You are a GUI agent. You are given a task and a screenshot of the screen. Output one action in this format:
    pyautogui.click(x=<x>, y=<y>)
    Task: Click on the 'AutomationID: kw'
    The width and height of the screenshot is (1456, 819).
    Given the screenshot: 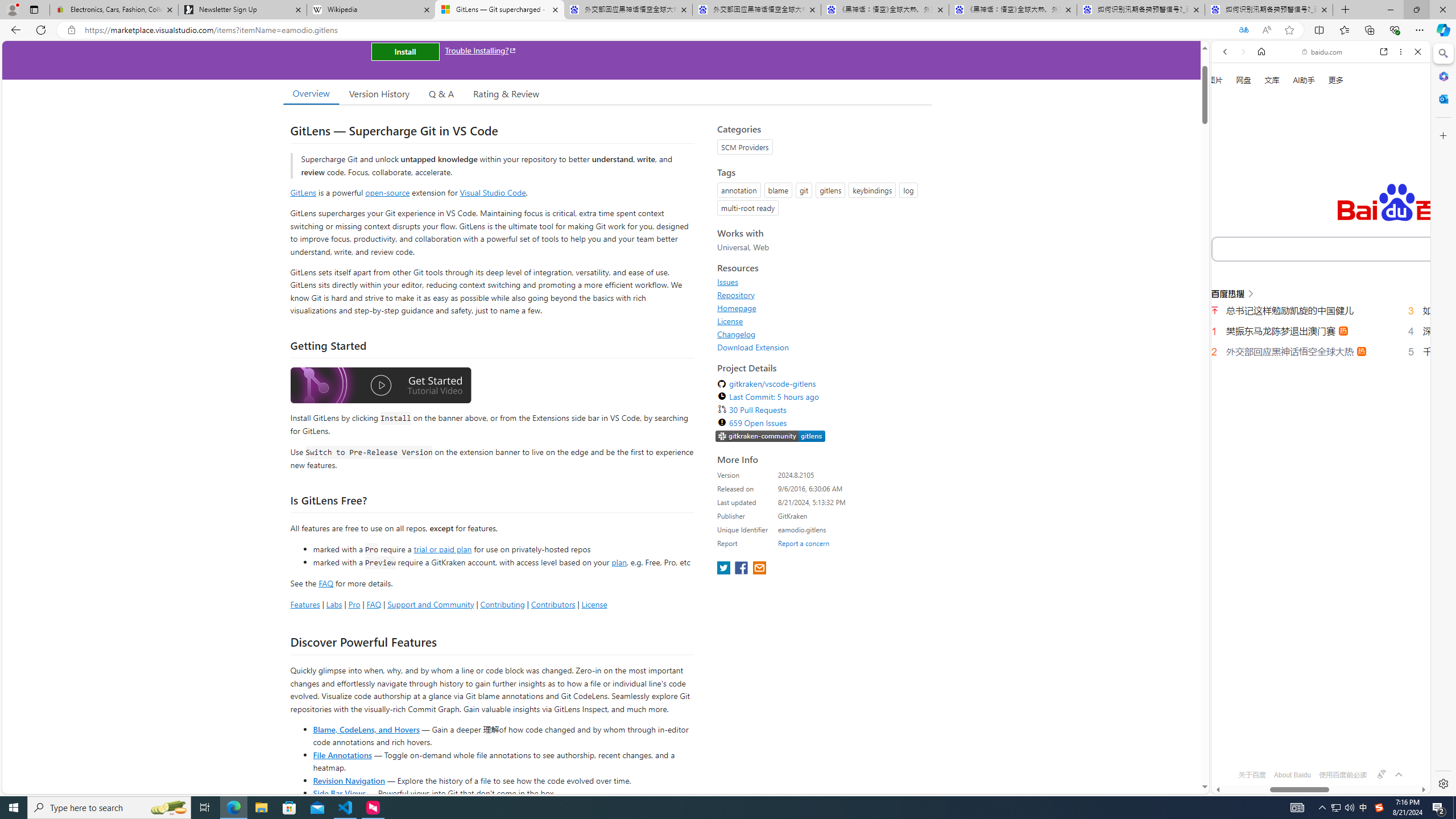 What is the action you would take?
    pyautogui.click(x=1368, y=248)
    